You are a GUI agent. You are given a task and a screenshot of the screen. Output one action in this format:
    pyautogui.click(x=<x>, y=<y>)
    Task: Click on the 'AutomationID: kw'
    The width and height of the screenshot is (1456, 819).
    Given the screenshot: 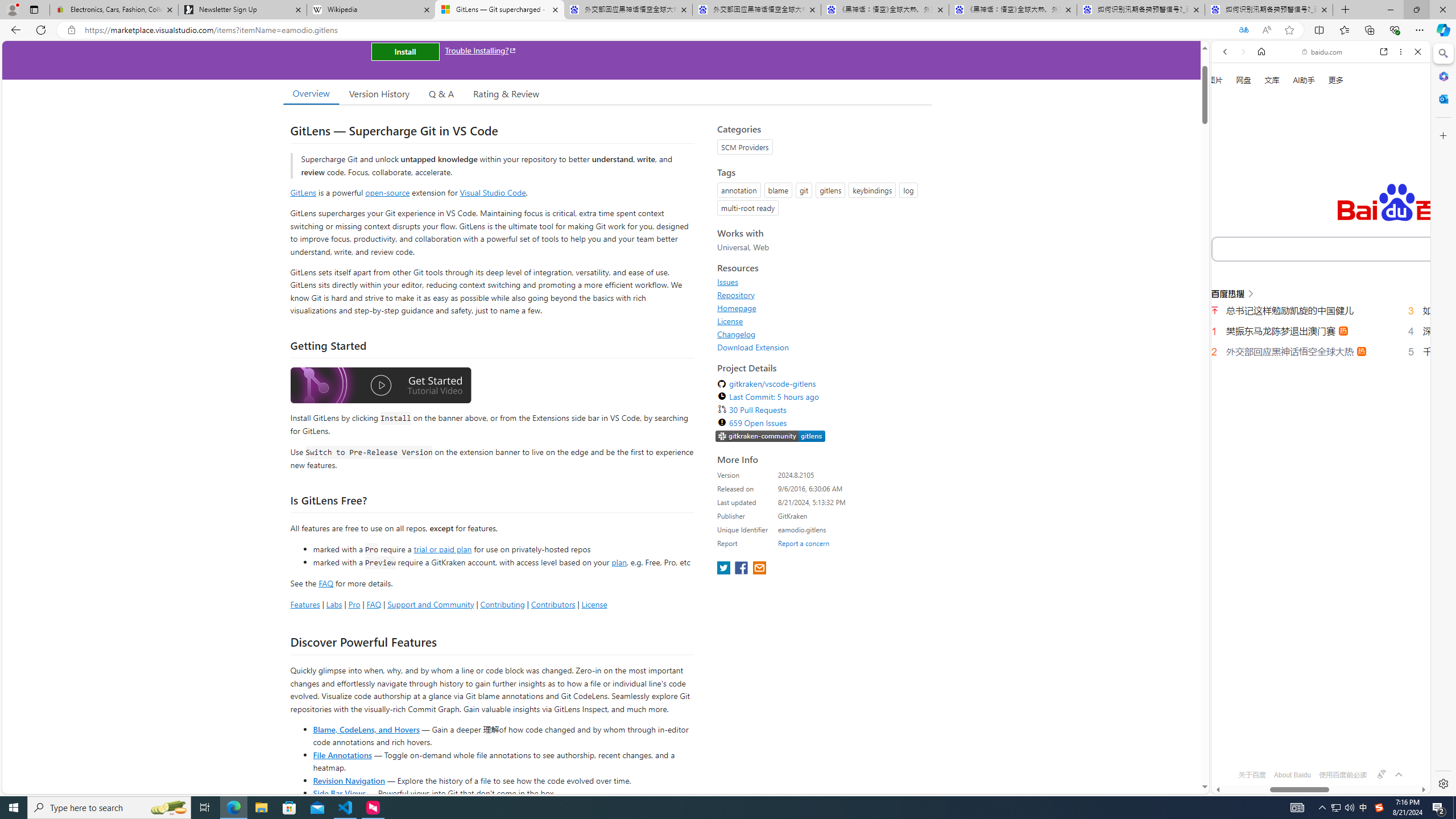 What is the action you would take?
    pyautogui.click(x=1368, y=248)
    